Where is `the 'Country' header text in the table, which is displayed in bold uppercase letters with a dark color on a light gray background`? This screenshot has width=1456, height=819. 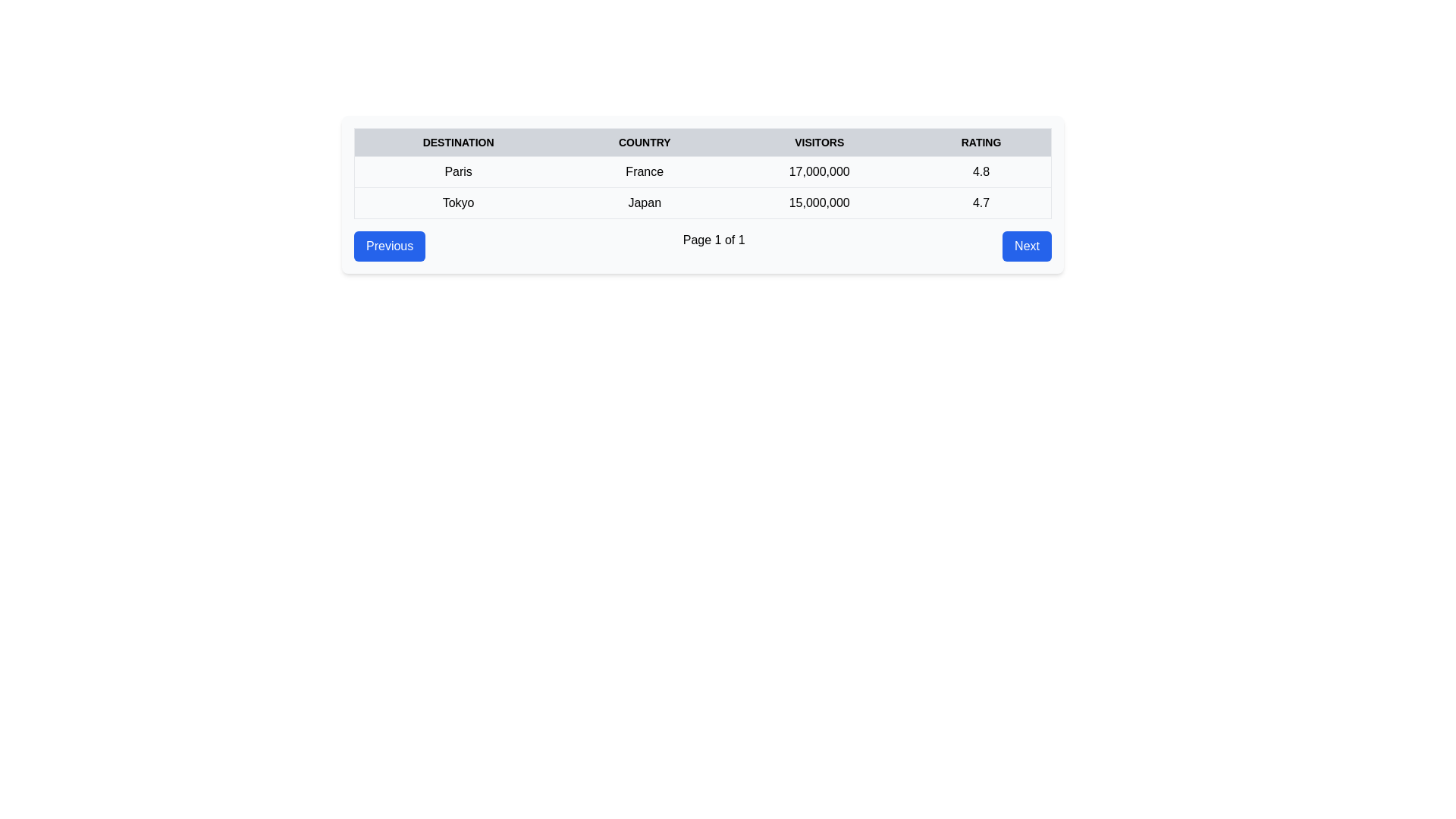 the 'Country' header text in the table, which is displayed in bold uppercase letters with a dark color on a light gray background is located at coordinates (645, 143).